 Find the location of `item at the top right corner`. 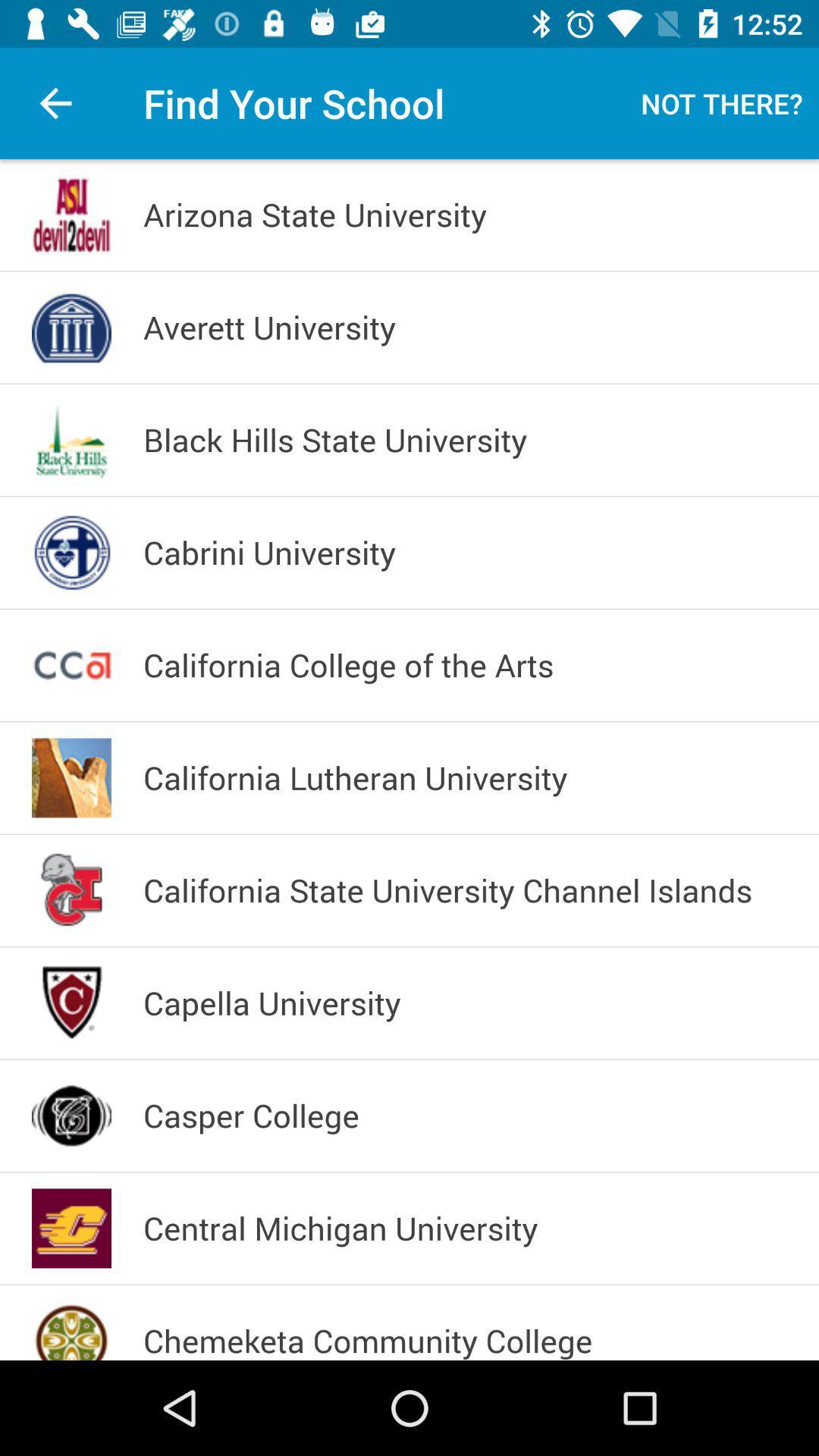

item at the top right corner is located at coordinates (721, 102).